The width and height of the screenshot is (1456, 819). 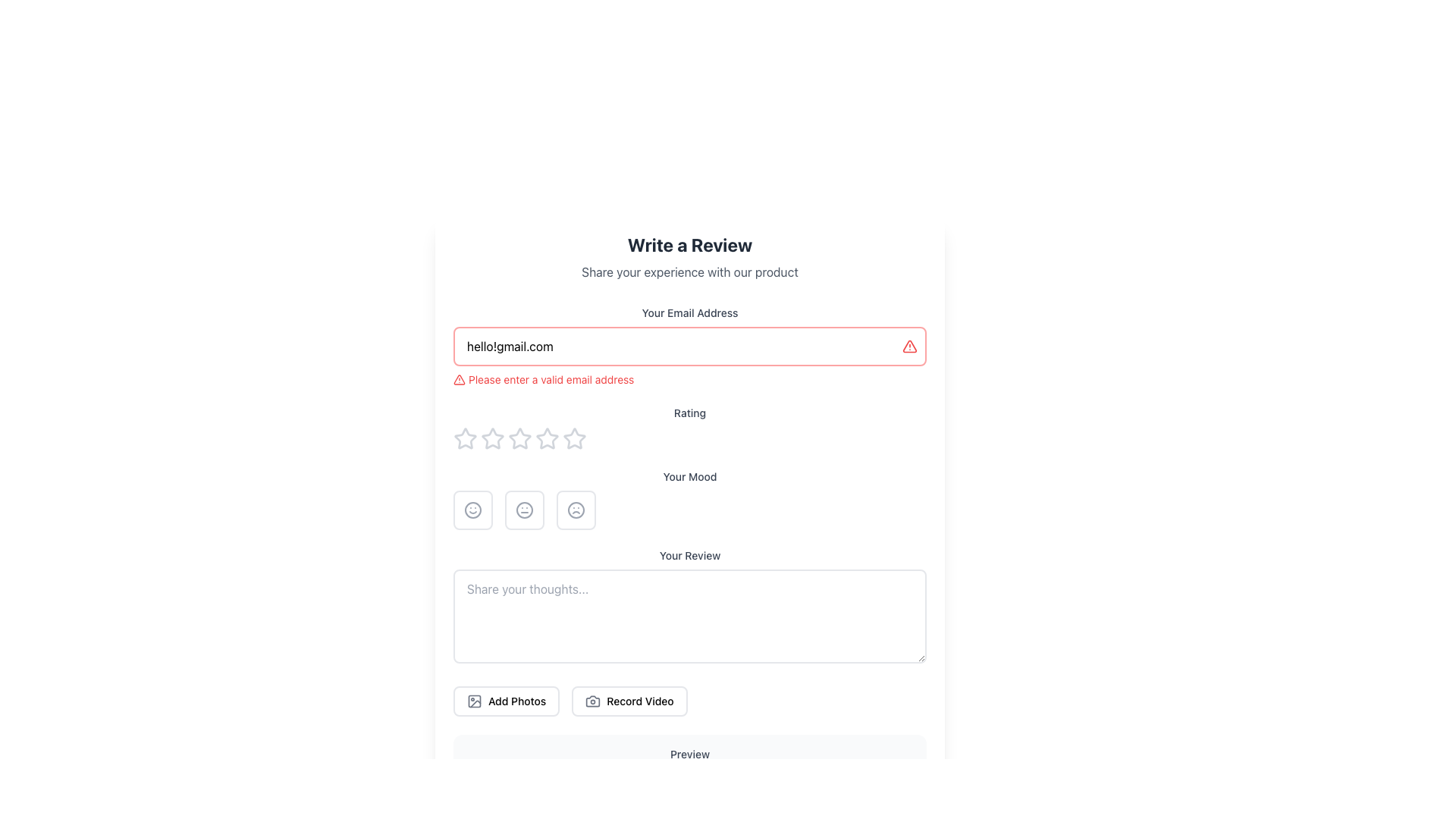 I want to click on the first button from the left in the group of two buttons at the bottom of the form to initiate photo upload, so click(x=506, y=701).